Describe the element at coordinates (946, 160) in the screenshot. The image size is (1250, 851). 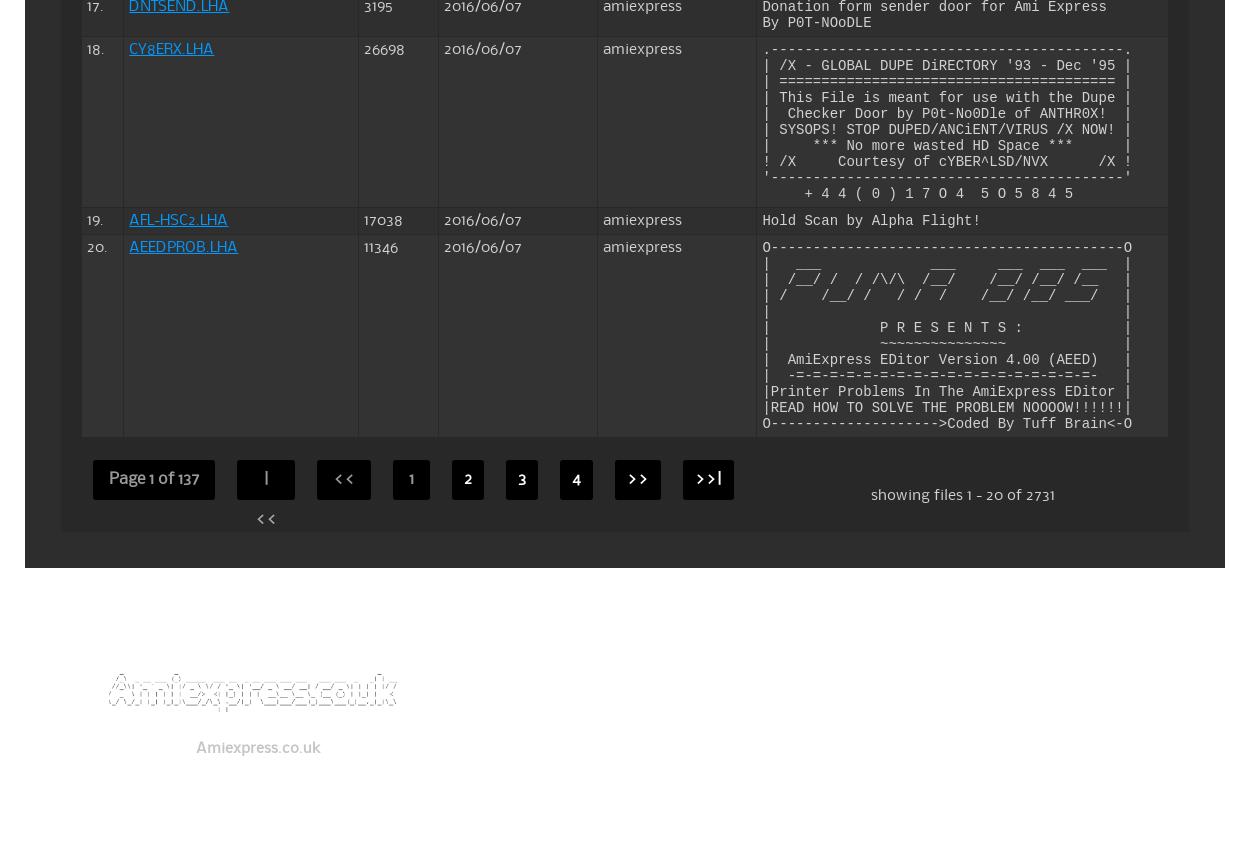
I see `'! /X     Courtesy of cYBER^LSD/NVX      /X !'` at that location.